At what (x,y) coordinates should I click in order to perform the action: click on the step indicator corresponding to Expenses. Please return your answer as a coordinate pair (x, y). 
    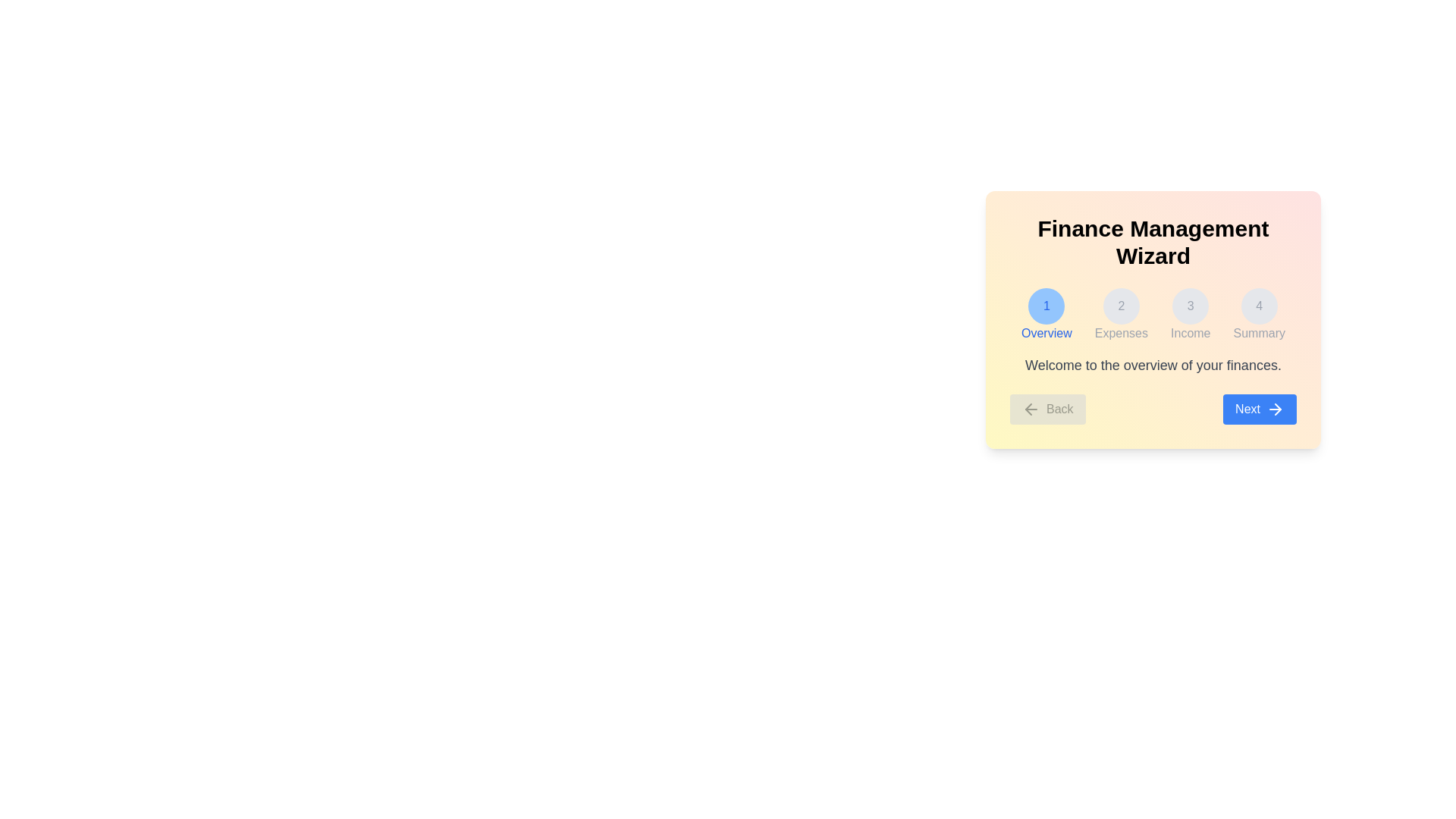
    Looking at the image, I should click on (1121, 315).